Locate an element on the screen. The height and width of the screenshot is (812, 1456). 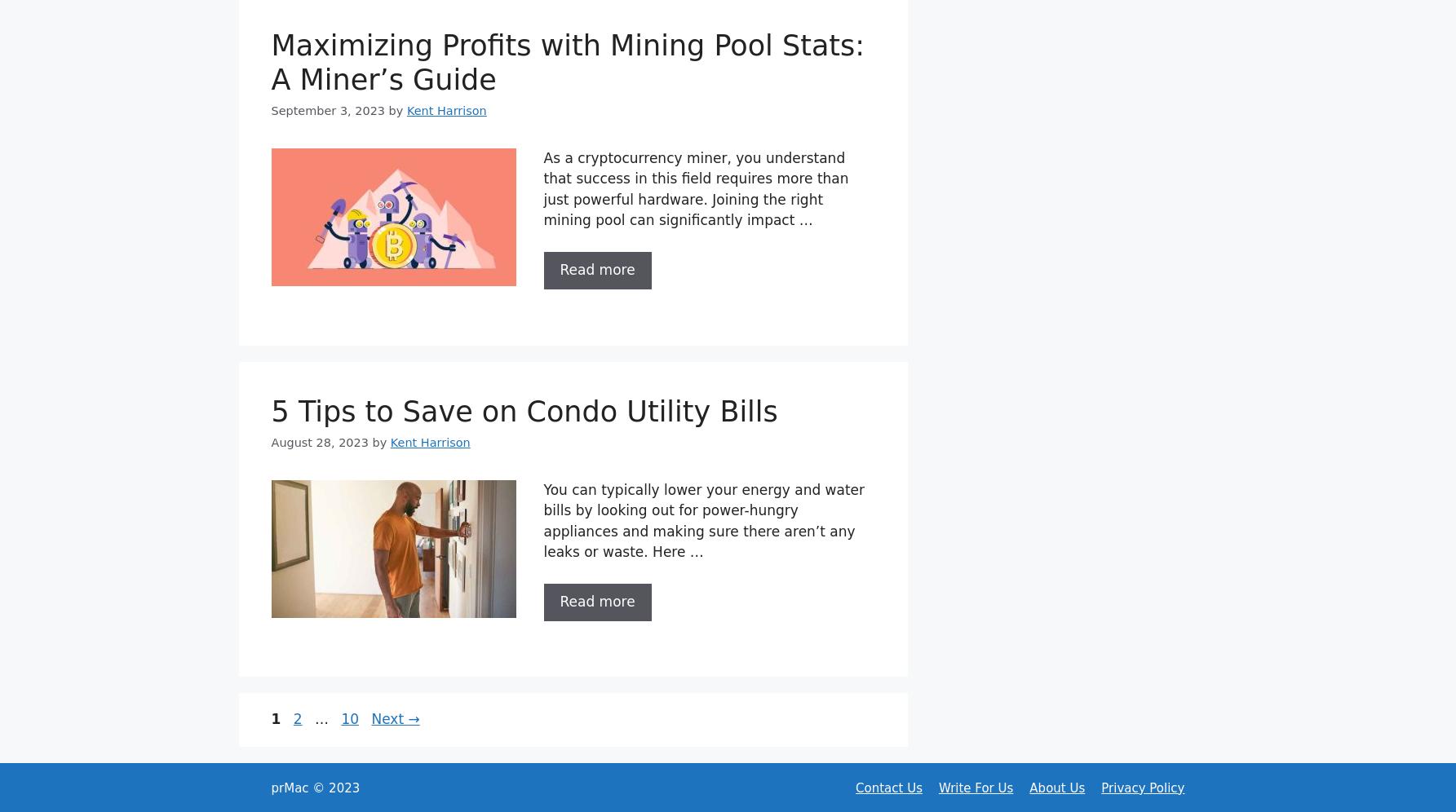
'As a cryptocurrency miner, you understand that success in this field requires more than just powerful hardware. Joining the right mining pool can significantly impact …' is located at coordinates (696, 188).